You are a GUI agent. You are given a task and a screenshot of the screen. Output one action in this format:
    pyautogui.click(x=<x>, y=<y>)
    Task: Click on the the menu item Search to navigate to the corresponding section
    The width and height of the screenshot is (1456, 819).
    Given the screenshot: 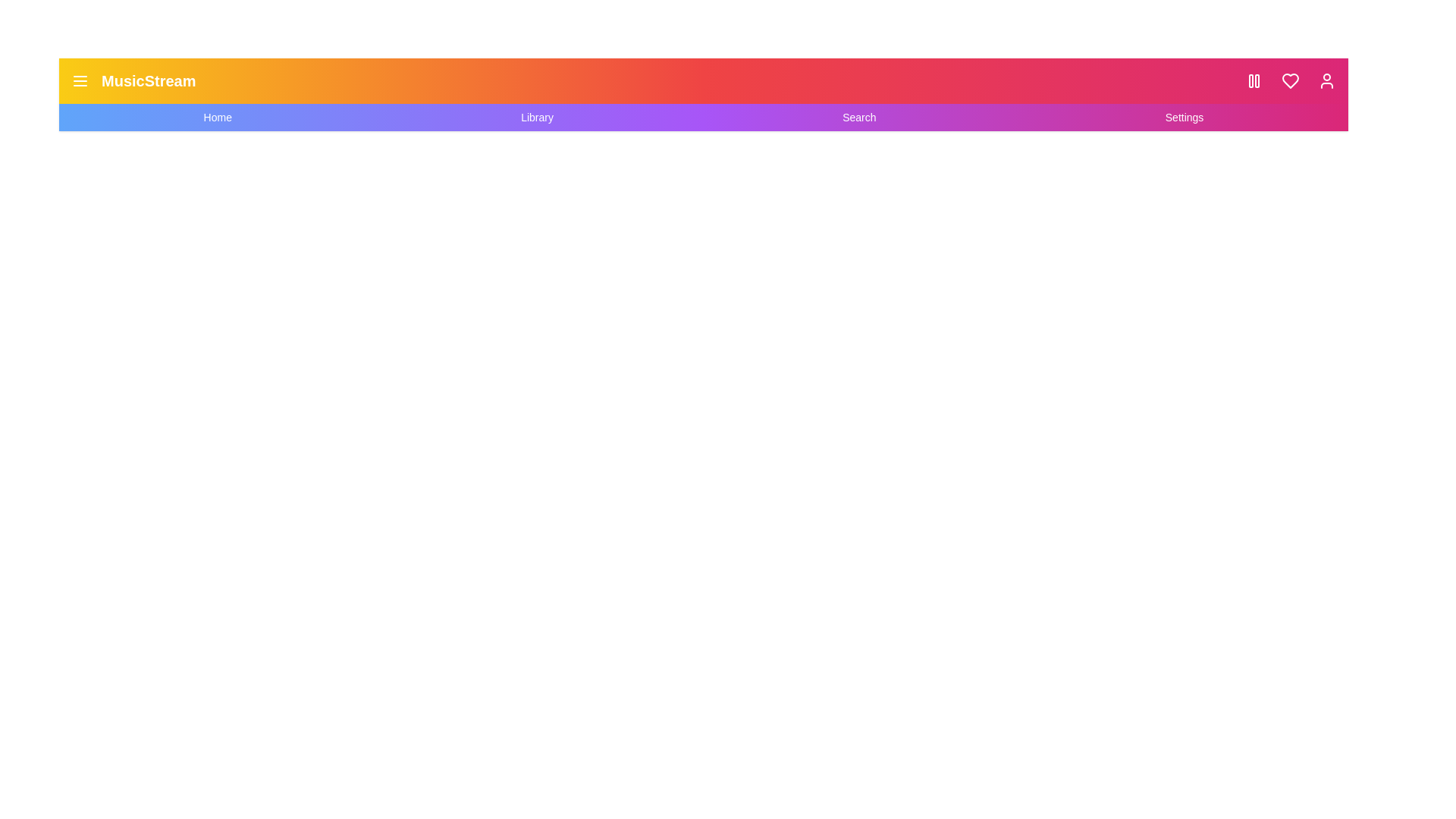 What is the action you would take?
    pyautogui.click(x=858, y=116)
    